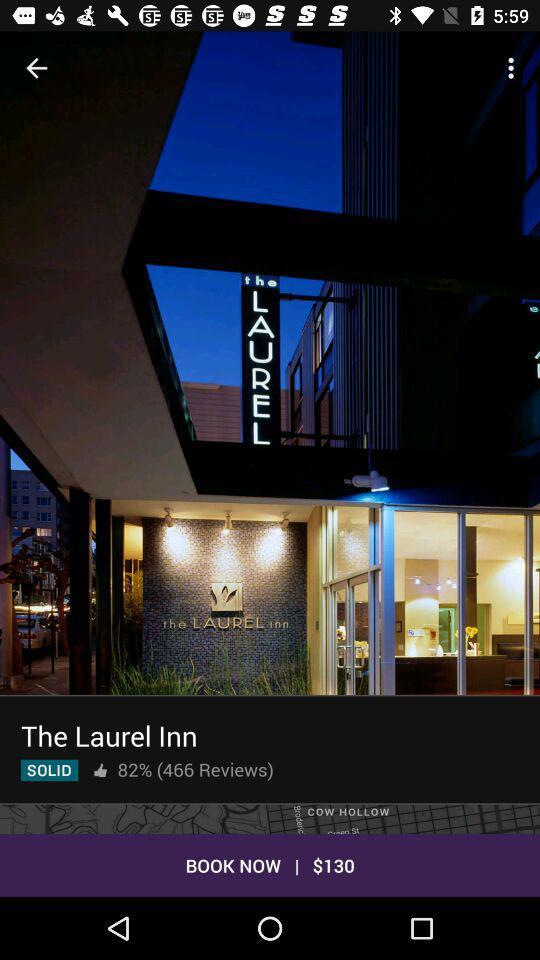  What do you see at coordinates (109, 734) in the screenshot?
I see `item above 82% (466 reviews) item` at bounding box center [109, 734].